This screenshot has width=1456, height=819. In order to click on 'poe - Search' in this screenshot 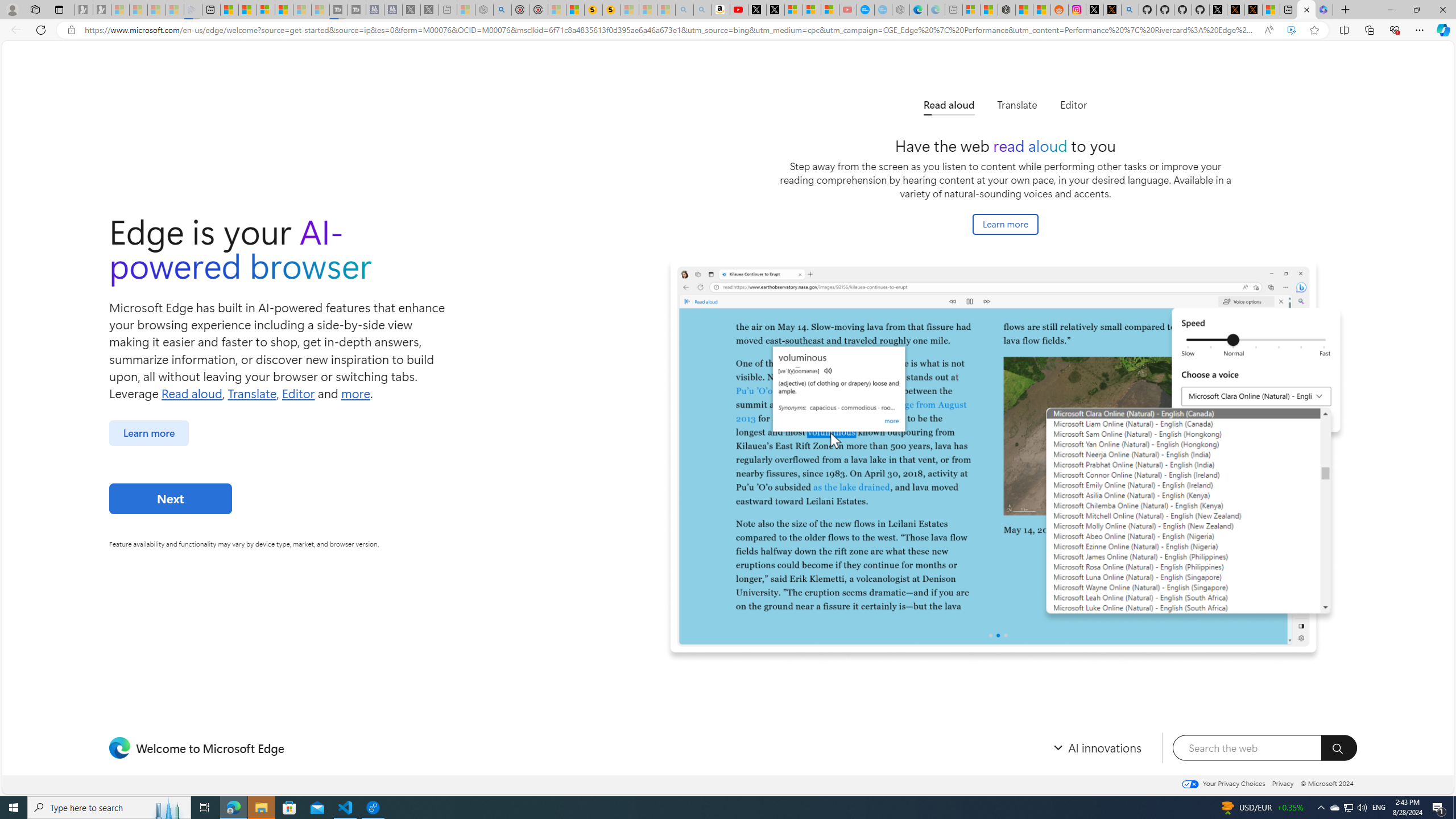, I will do `click(503, 9)`.